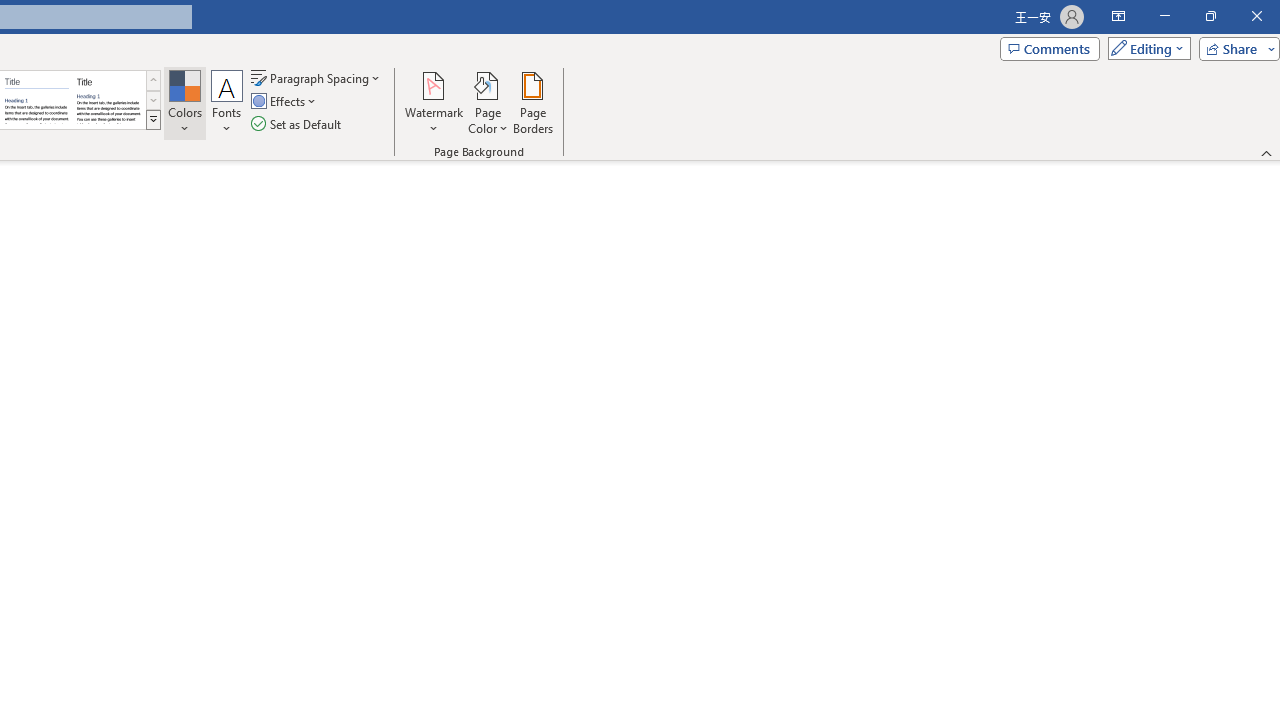 Image resolution: width=1280 pixels, height=720 pixels. What do you see at coordinates (107, 100) in the screenshot?
I see `'Word 2013'` at bounding box center [107, 100].